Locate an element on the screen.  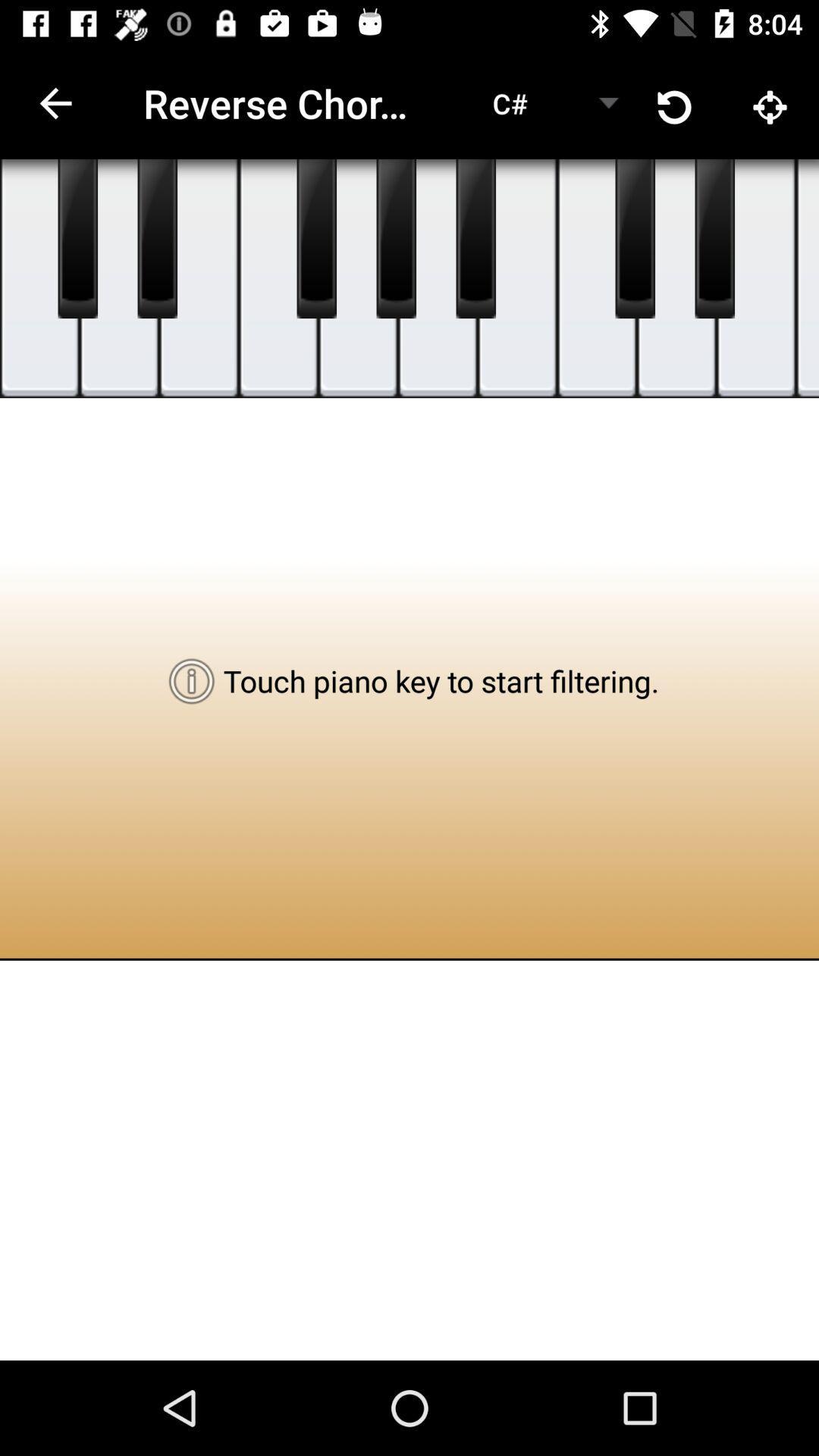
shows piano button is located at coordinates (475, 238).